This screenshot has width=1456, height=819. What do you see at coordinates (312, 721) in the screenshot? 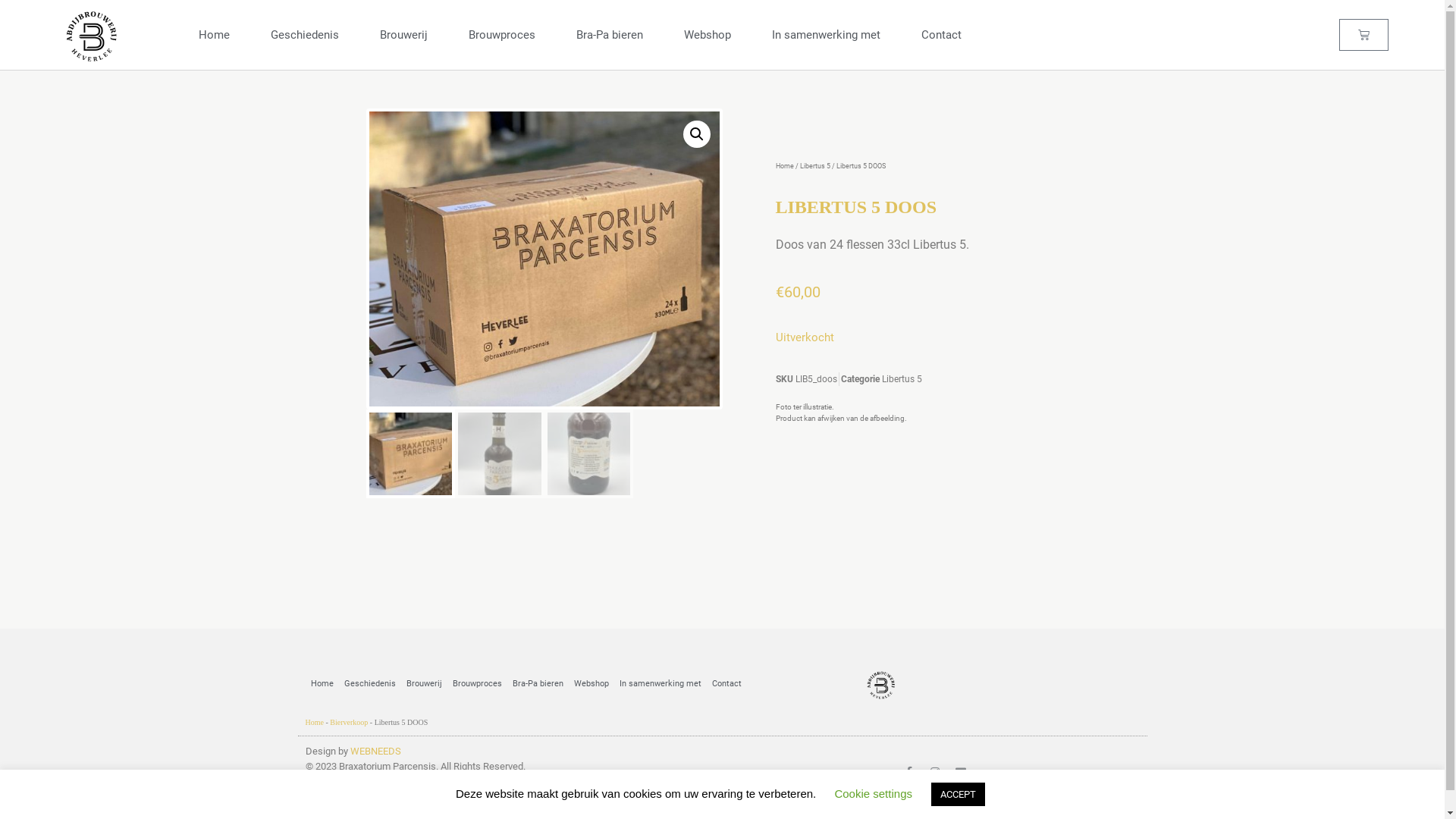
I see `'Home'` at bounding box center [312, 721].